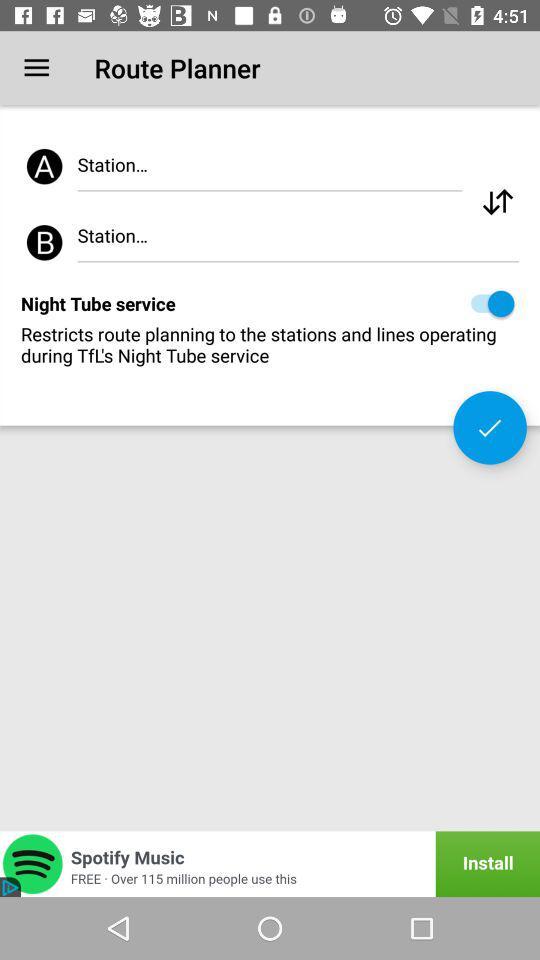 The image size is (540, 960). What do you see at coordinates (489, 427) in the screenshot?
I see `the check icon` at bounding box center [489, 427].